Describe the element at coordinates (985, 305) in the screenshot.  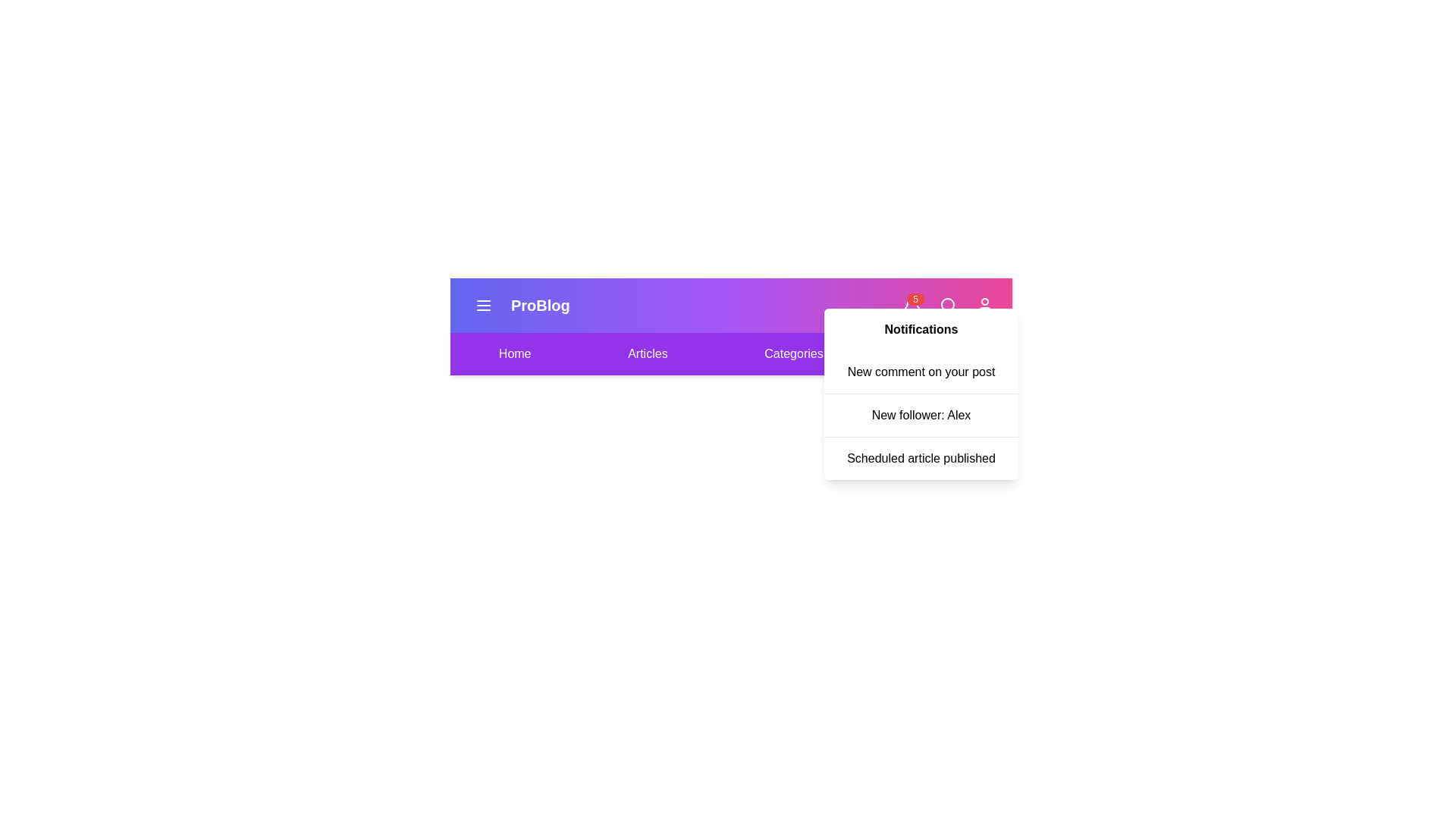
I see `the user icon to access user-related actions` at that location.